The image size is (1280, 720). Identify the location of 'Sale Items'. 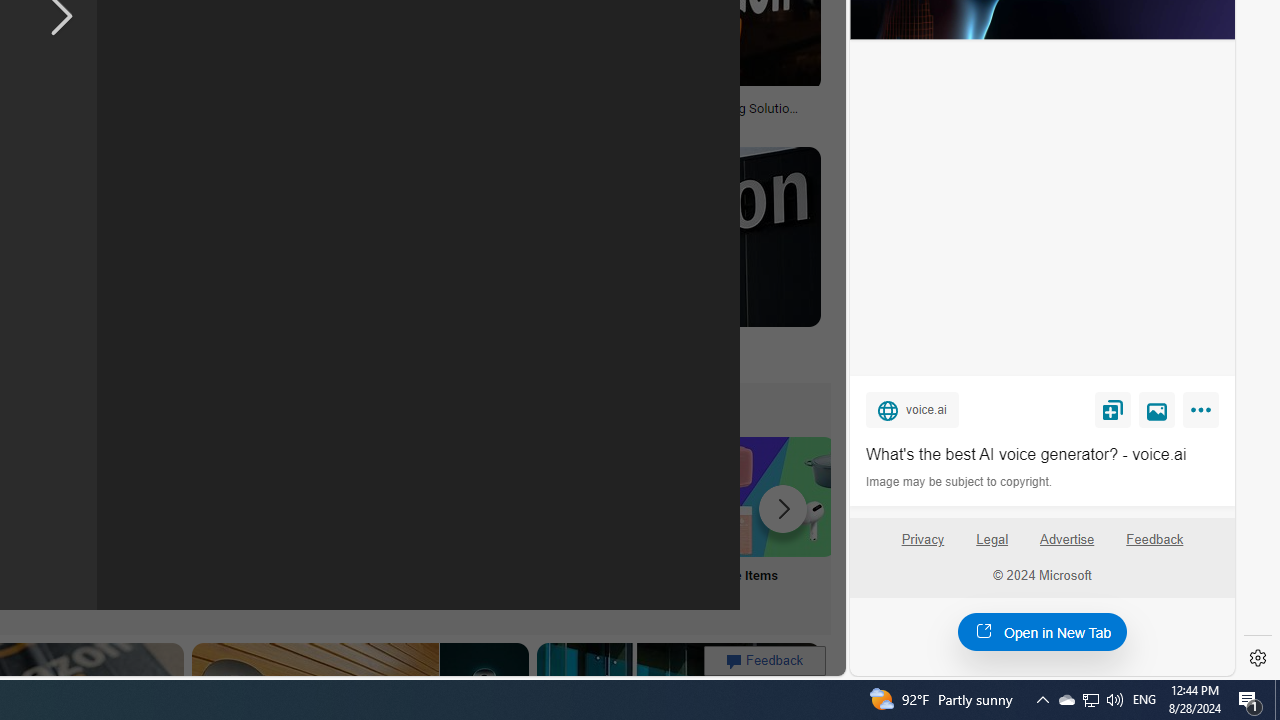
(774, 521).